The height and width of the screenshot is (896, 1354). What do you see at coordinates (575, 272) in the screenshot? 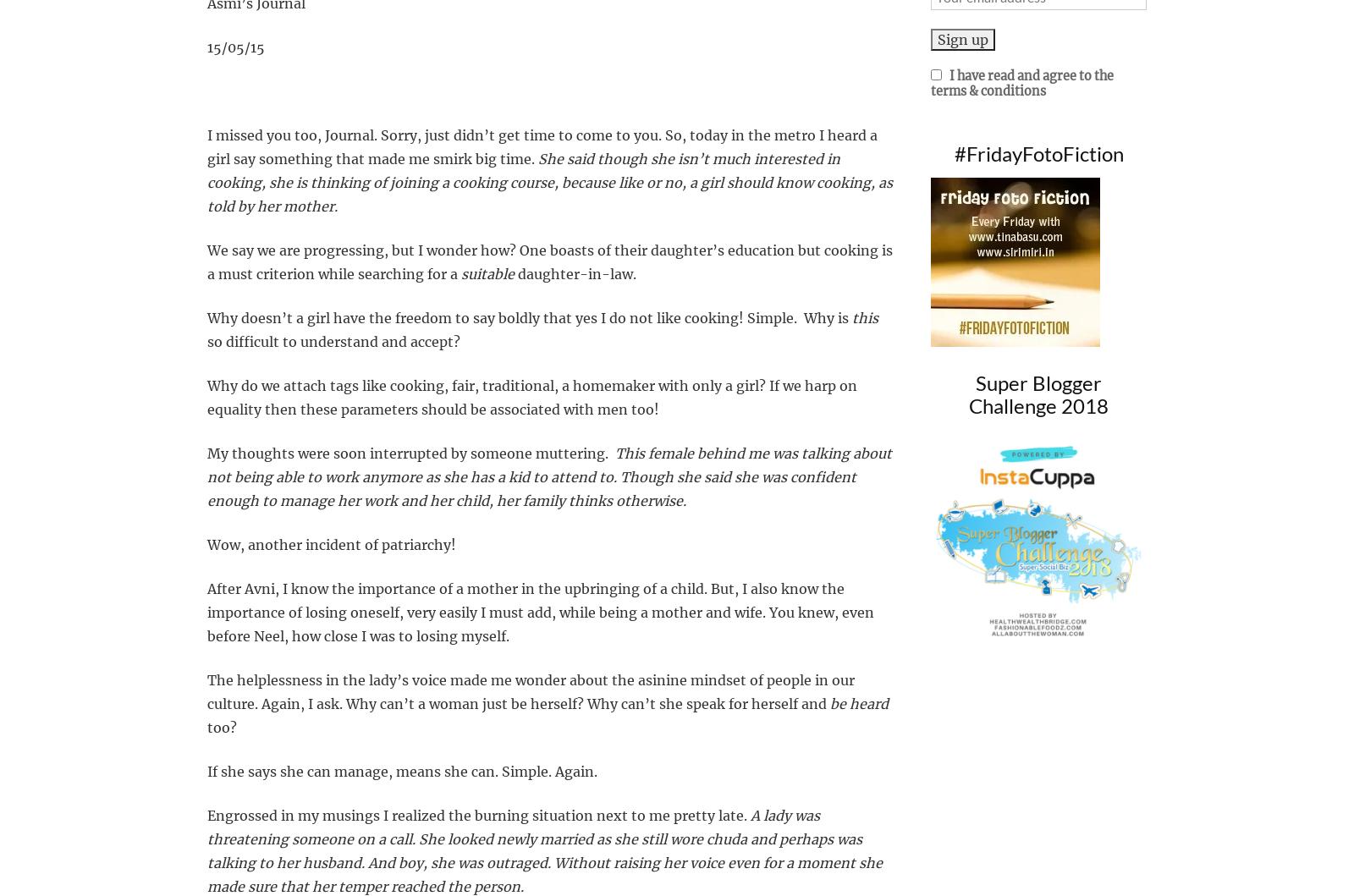
I see `'daughter-in-law.'` at bounding box center [575, 272].